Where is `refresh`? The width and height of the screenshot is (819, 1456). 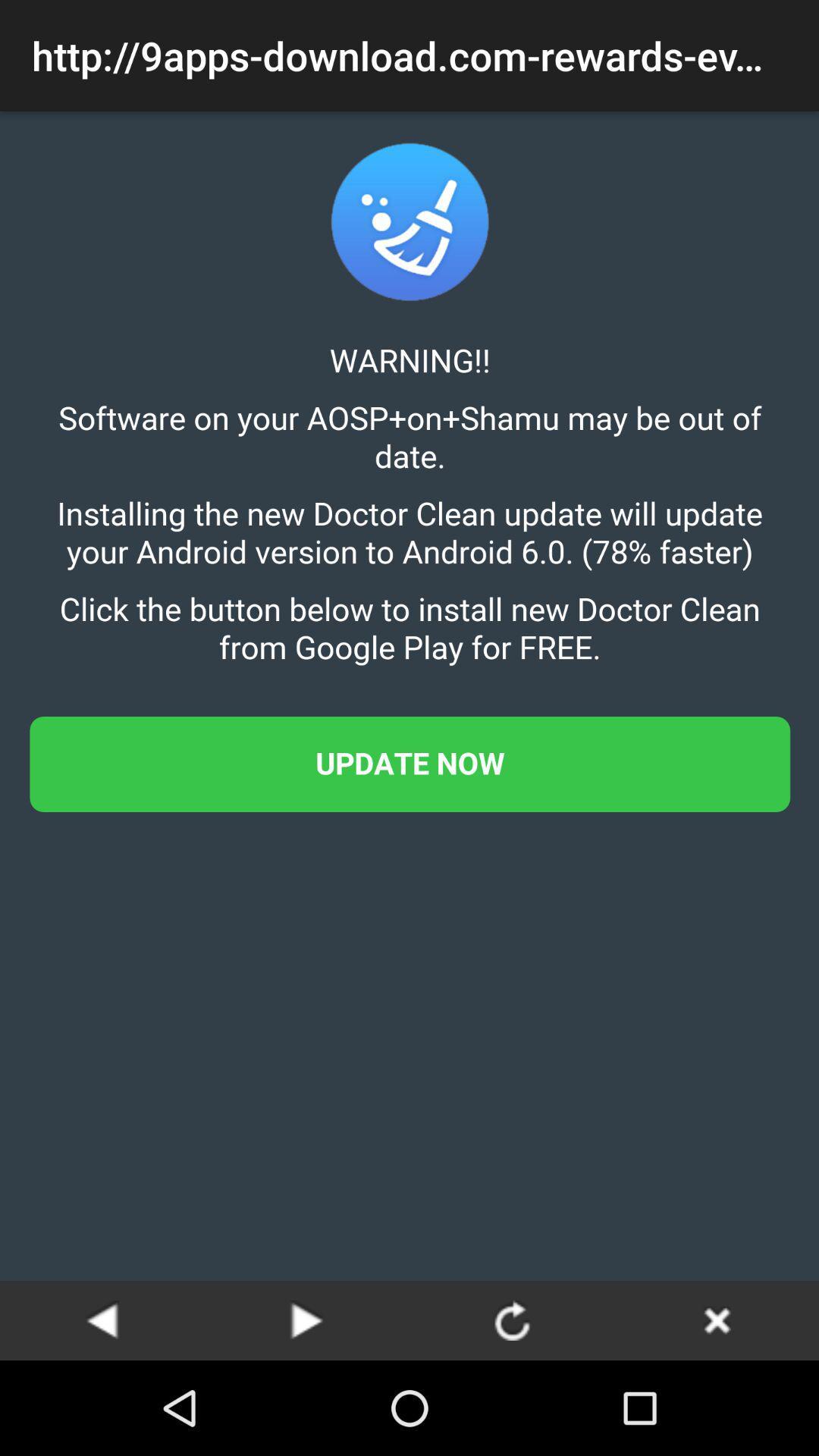 refresh is located at coordinates (512, 1319).